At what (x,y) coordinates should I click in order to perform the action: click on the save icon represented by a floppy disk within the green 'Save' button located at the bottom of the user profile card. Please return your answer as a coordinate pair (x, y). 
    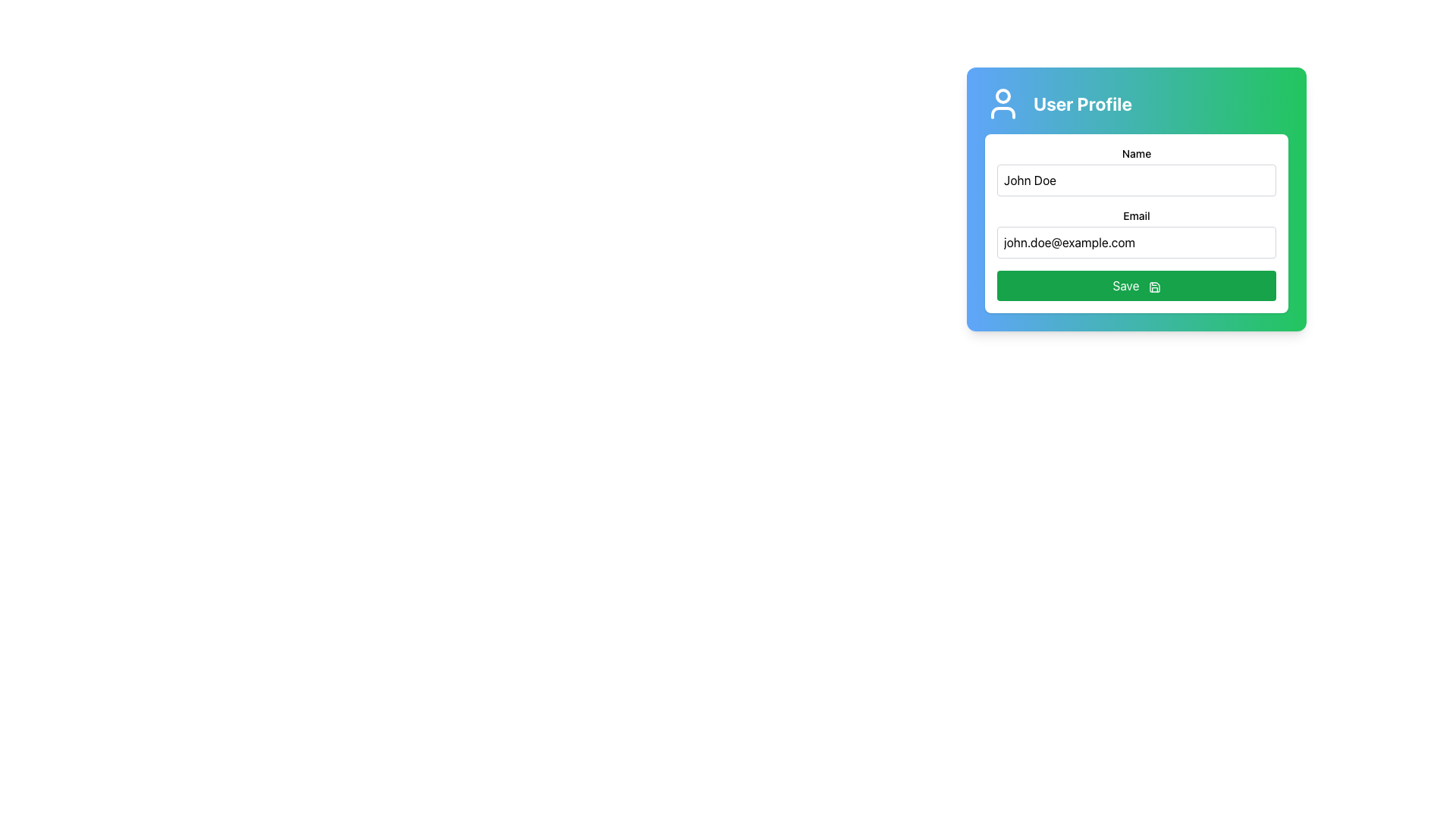
    Looking at the image, I should click on (1153, 287).